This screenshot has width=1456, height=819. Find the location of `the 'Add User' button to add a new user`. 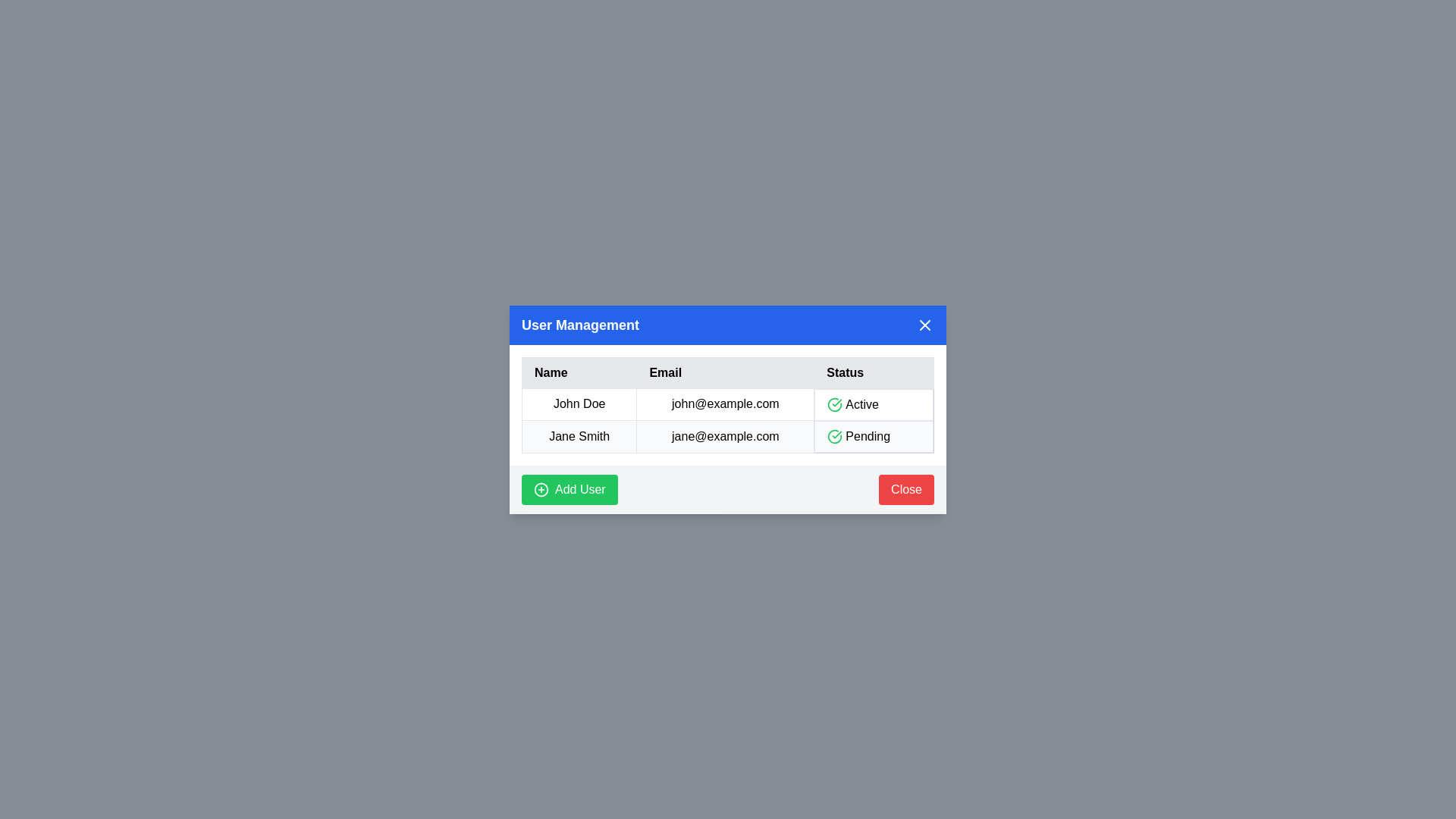

the 'Add User' button to add a new user is located at coordinates (568, 488).